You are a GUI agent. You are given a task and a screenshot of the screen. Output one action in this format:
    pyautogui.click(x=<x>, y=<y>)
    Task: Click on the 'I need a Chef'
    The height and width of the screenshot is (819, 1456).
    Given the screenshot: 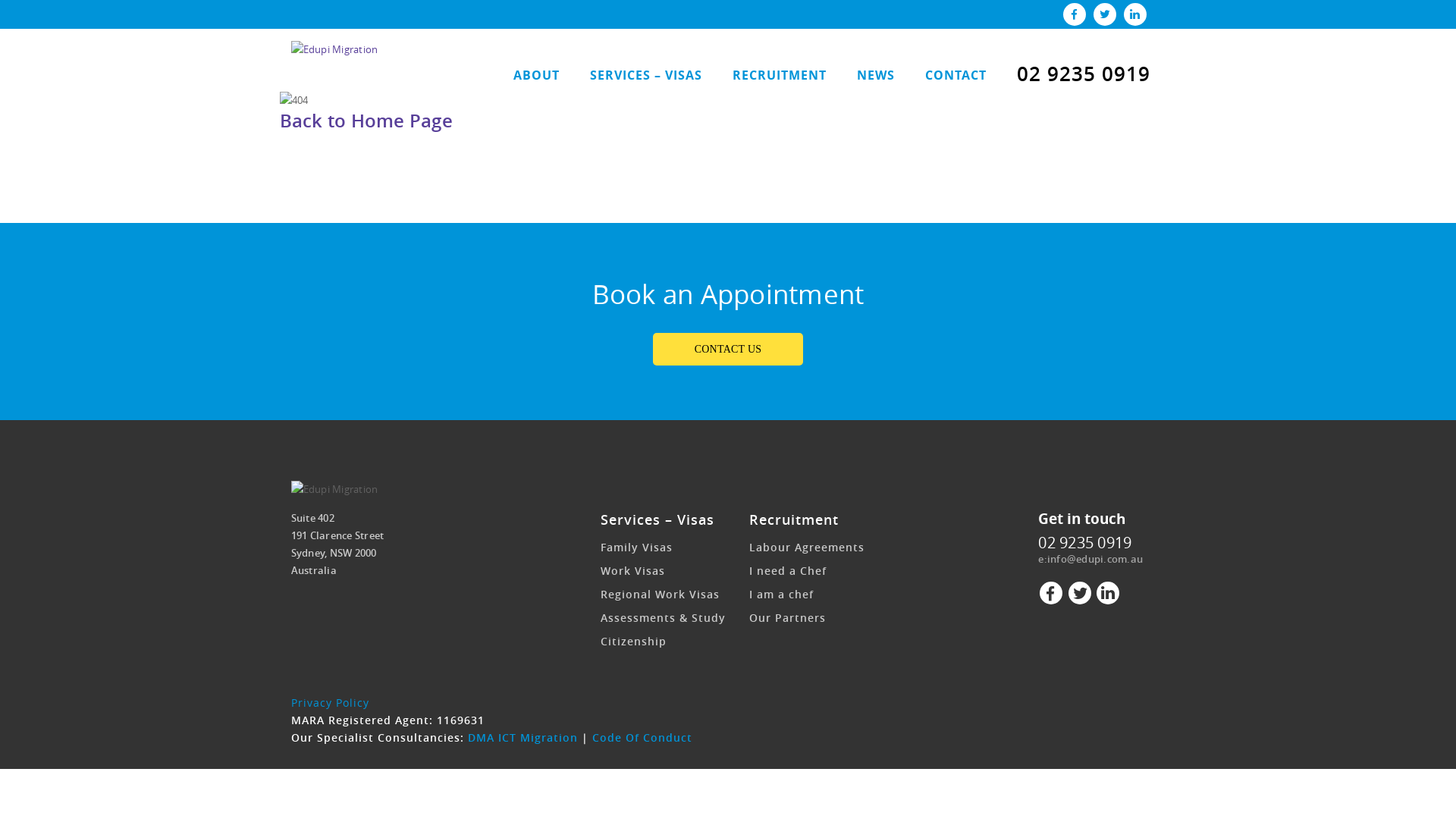 What is the action you would take?
    pyautogui.click(x=749, y=570)
    